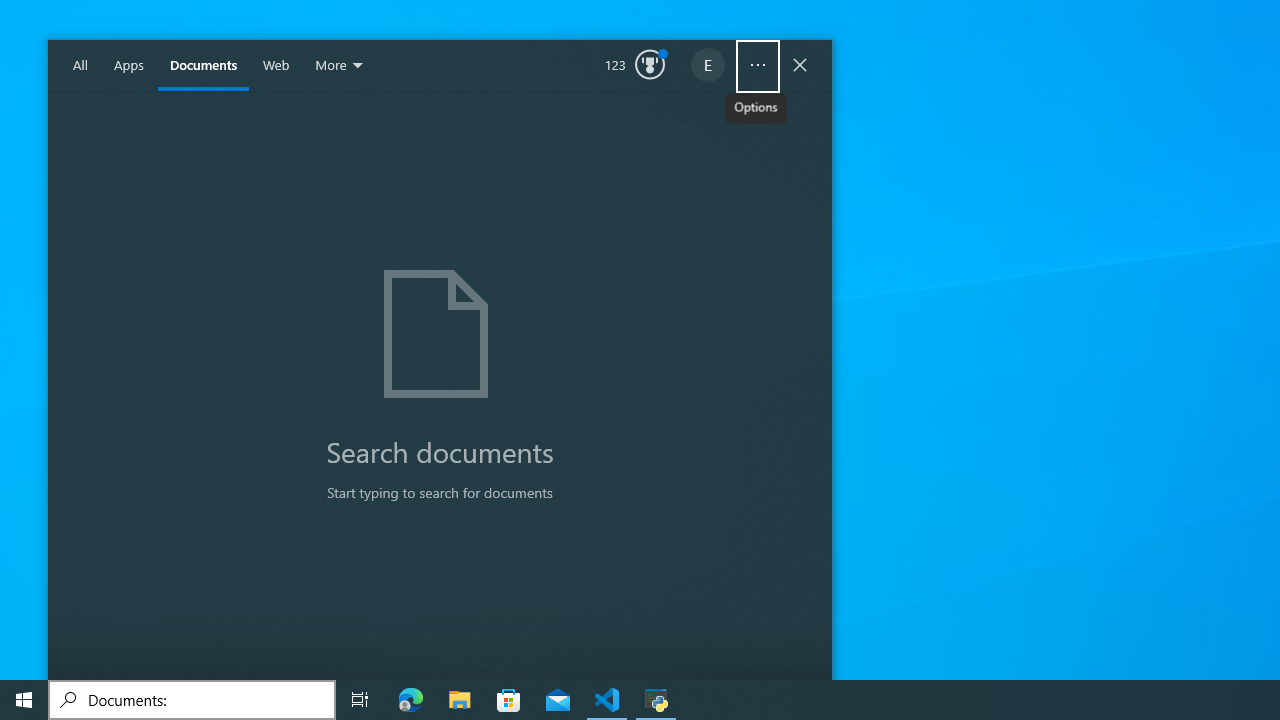  What do you see at coordinates (757, 65) in the screenshot?
I see `'Options'` at bounding box center [757, 65].